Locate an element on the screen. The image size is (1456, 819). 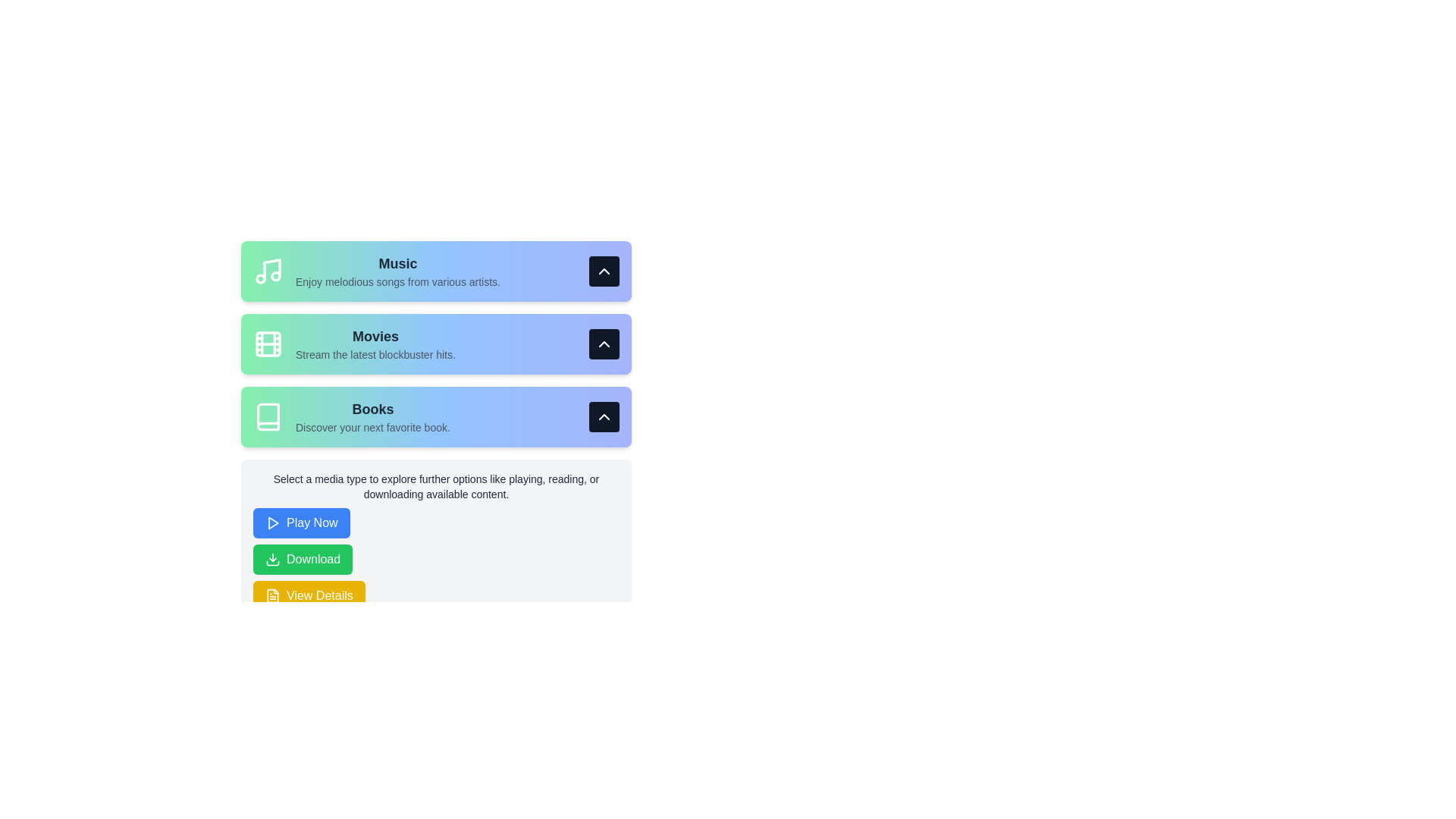
the upward scrolling icon located within the interactive button adjacent to the 'Movies' label, positioned at the right end of the group of three options is located at coordinates (603, 344).